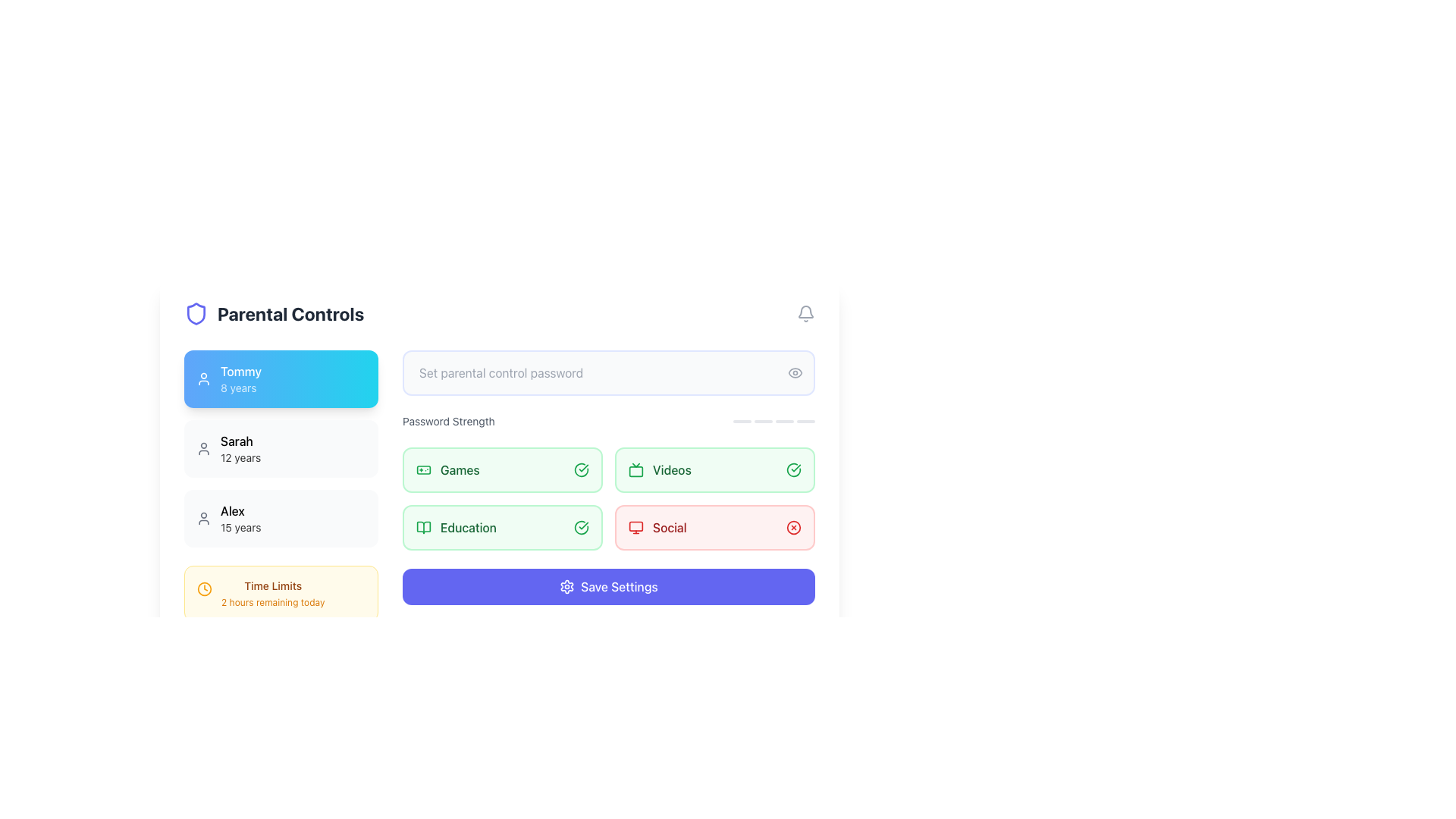  What do you see at coordinates (281, 593) in the screenshot?
I see `the static informational card titled 'Time Limits' that features a clock icon and indicates '2 hours remaining today', located at the bottom of the user information cards in the left panel` at bounding box center [281, 593].